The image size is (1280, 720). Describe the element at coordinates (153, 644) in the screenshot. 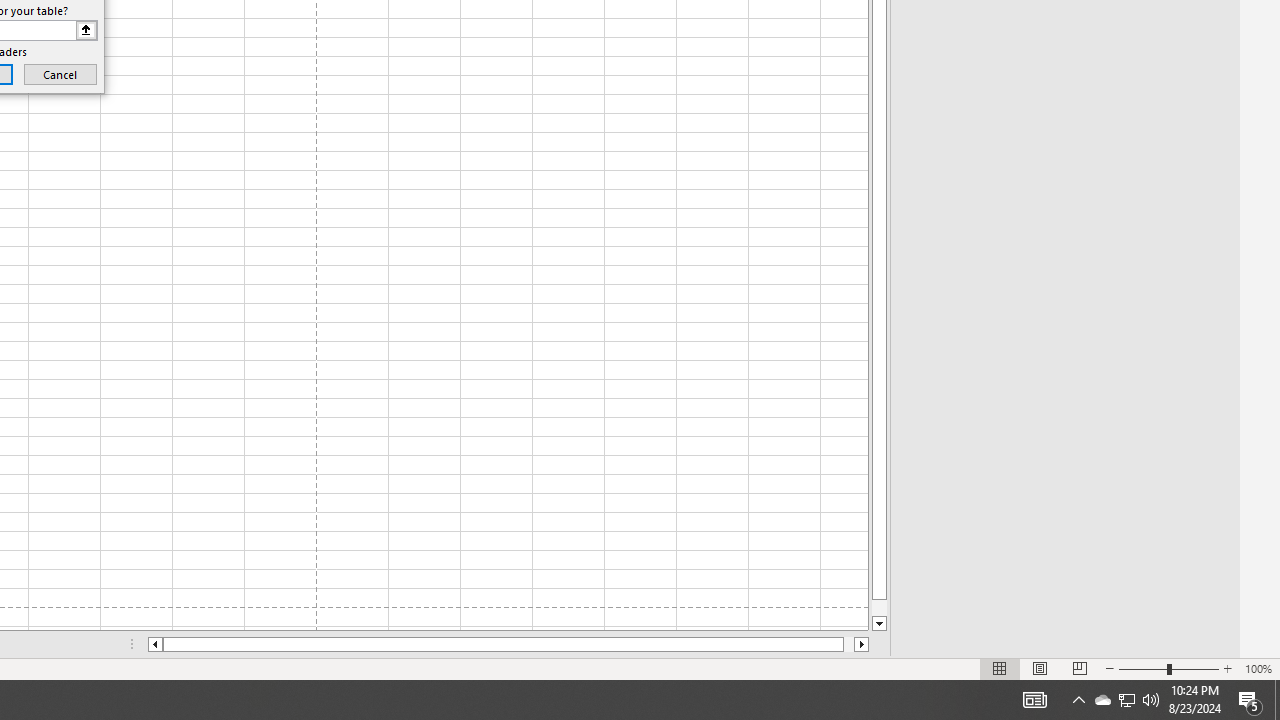

I see `'Column left'` at that location.